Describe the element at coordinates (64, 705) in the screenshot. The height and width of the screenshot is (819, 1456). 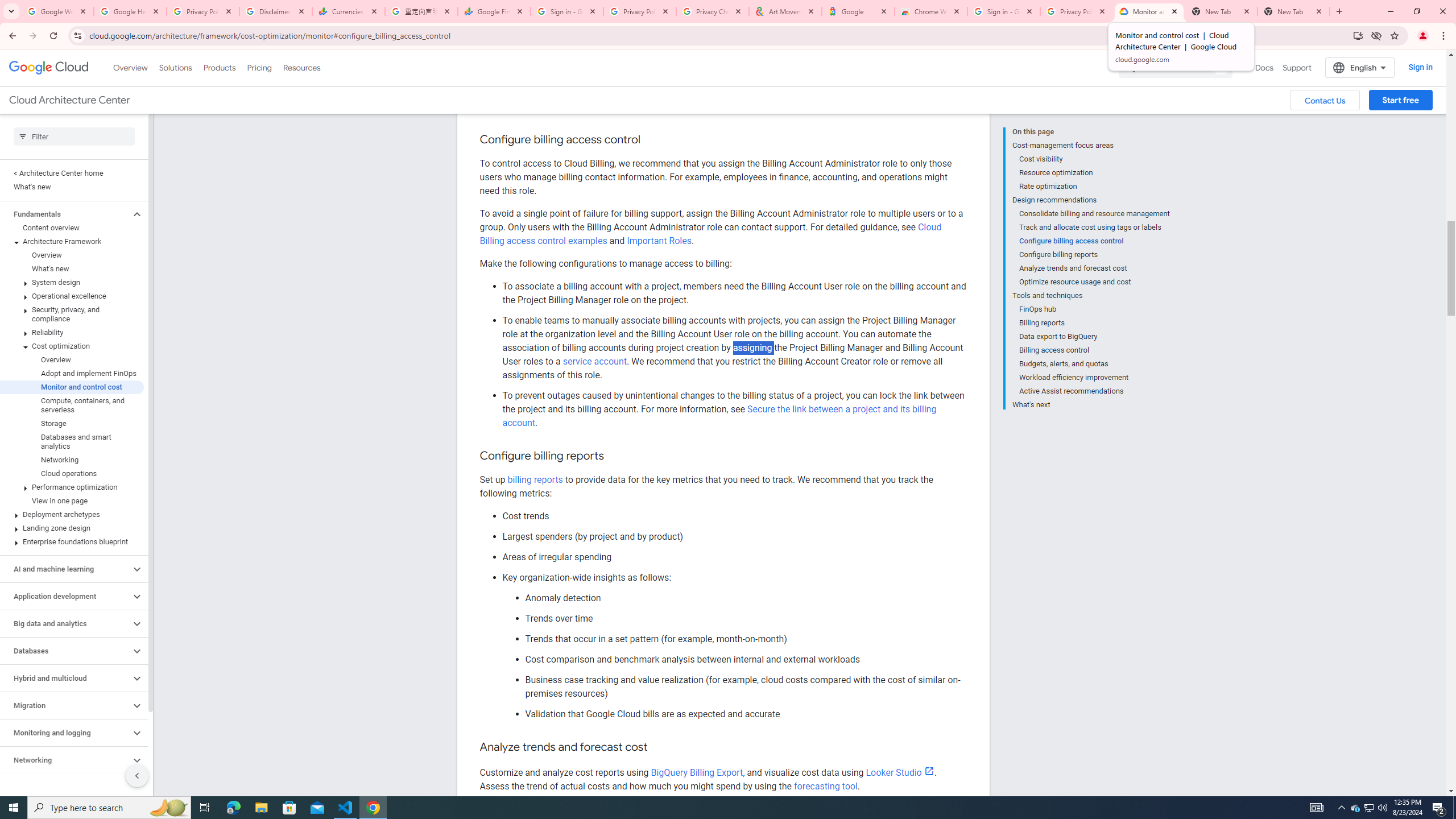
I see `'Migration'` at that location.